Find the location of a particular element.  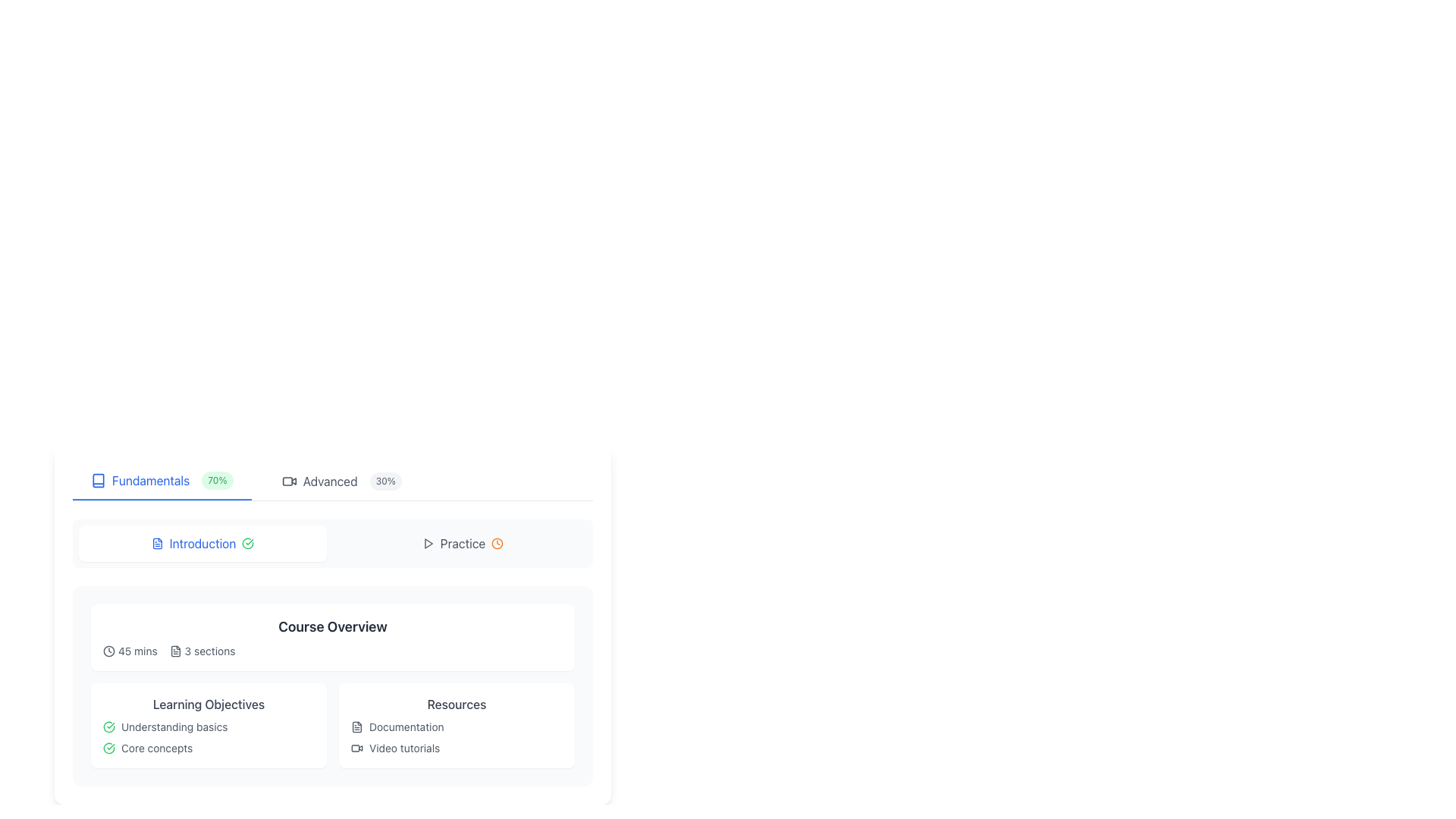

the text with a checkmark icon that serves as a descriptor for a completed course module in the 'Learning Objectives' section of the Course Overview panel is located at coordinates (208, 726).